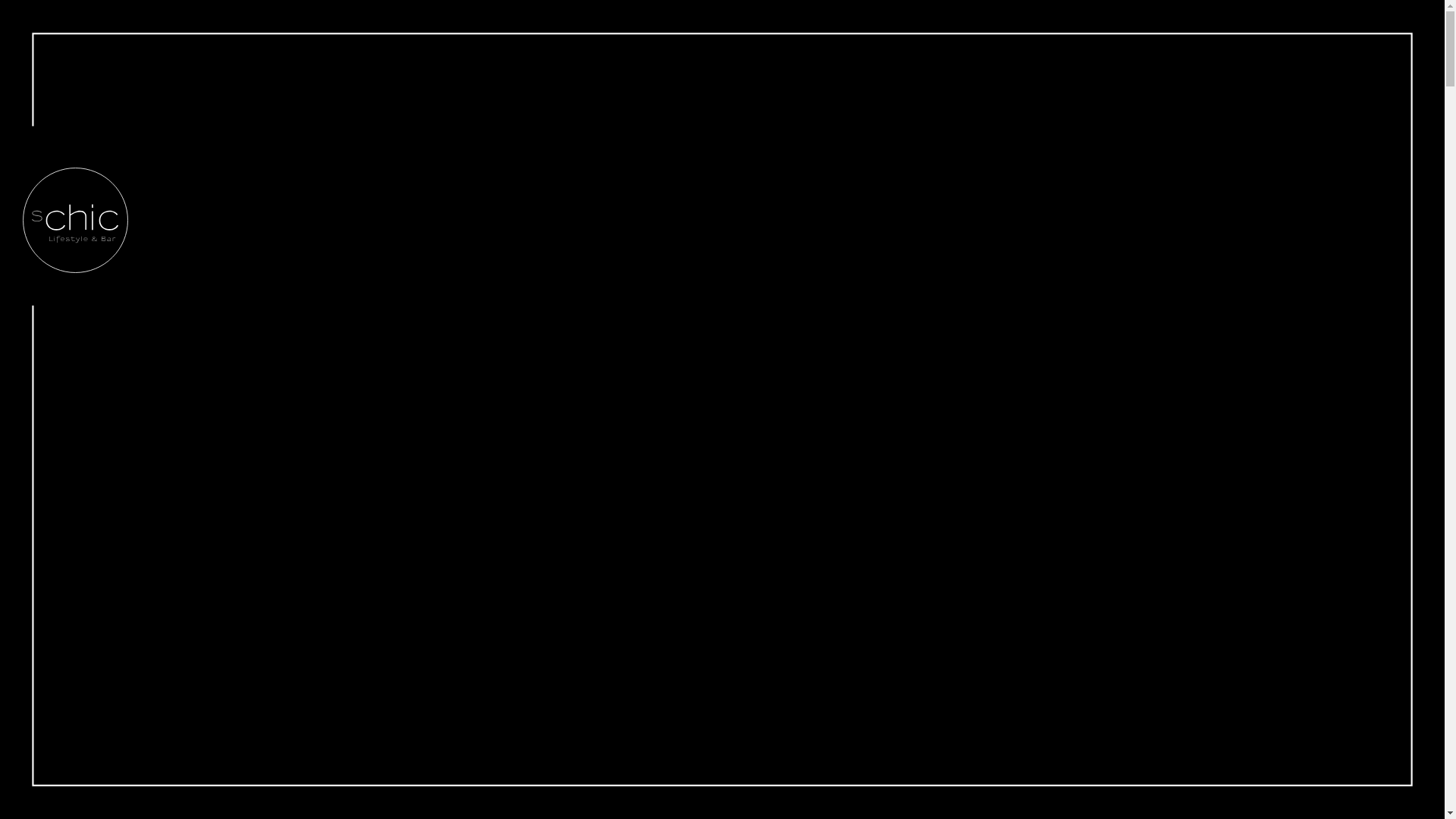 This screenshot has width=1456, height=819. Describe the element at coordinates (74, 220) in the screenshot. I see `'sChic Bar Zillertal'` at that location.